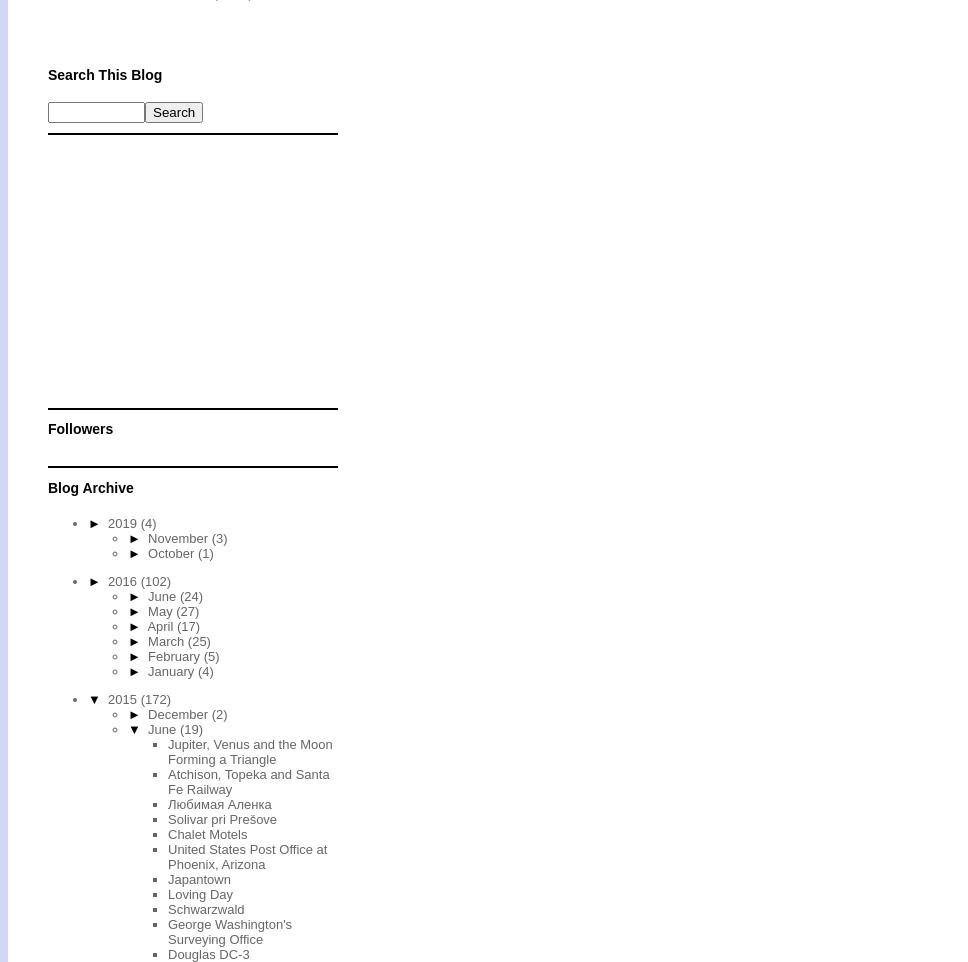 Image resolution: width=968 pixels, height=962 pixels. What do you see at coordinates (179, 712) in the screenshot?
I see `'December'` at bounding box center [179, 712].